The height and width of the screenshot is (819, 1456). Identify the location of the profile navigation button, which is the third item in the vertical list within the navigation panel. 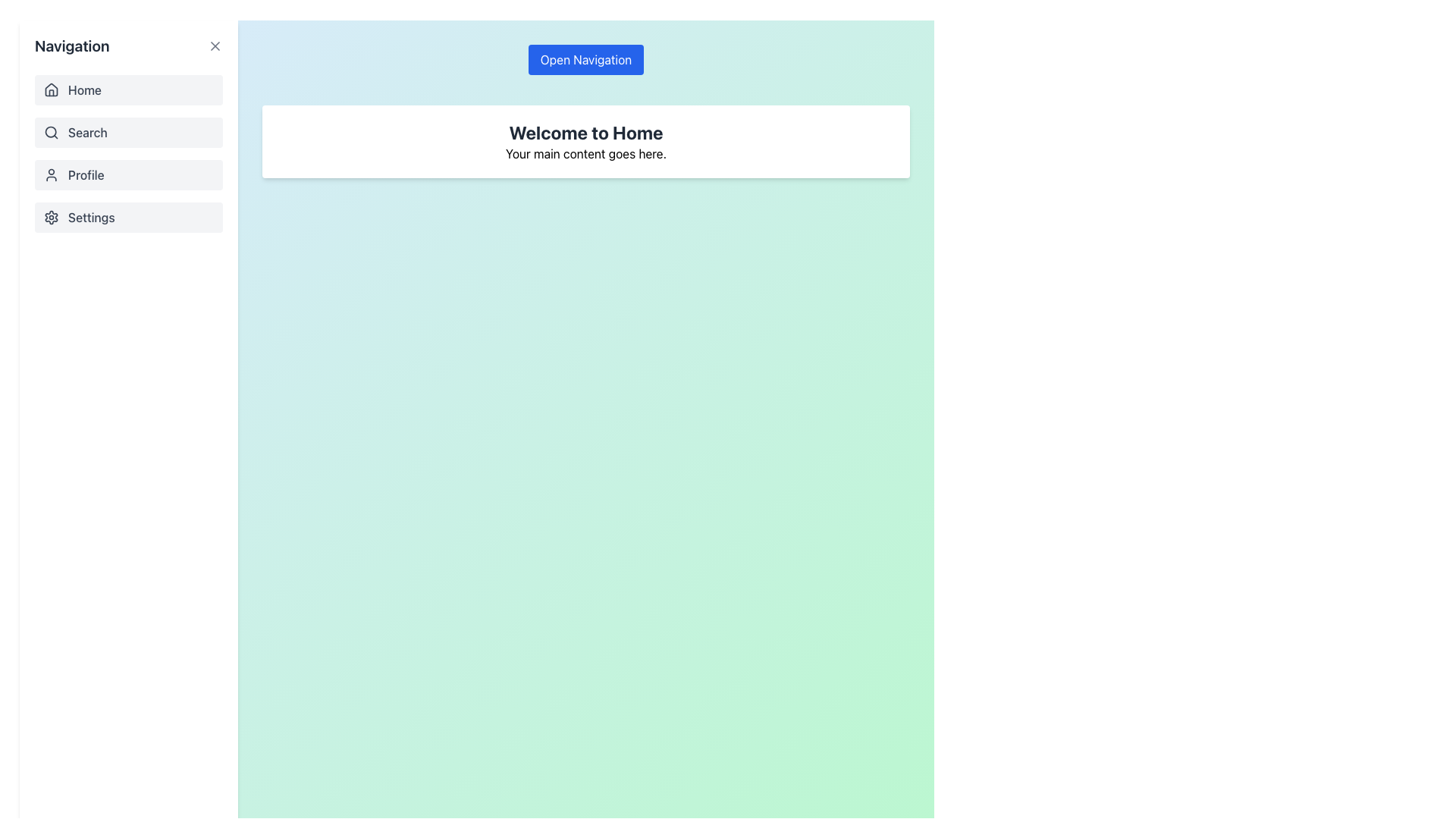
(128, 174).